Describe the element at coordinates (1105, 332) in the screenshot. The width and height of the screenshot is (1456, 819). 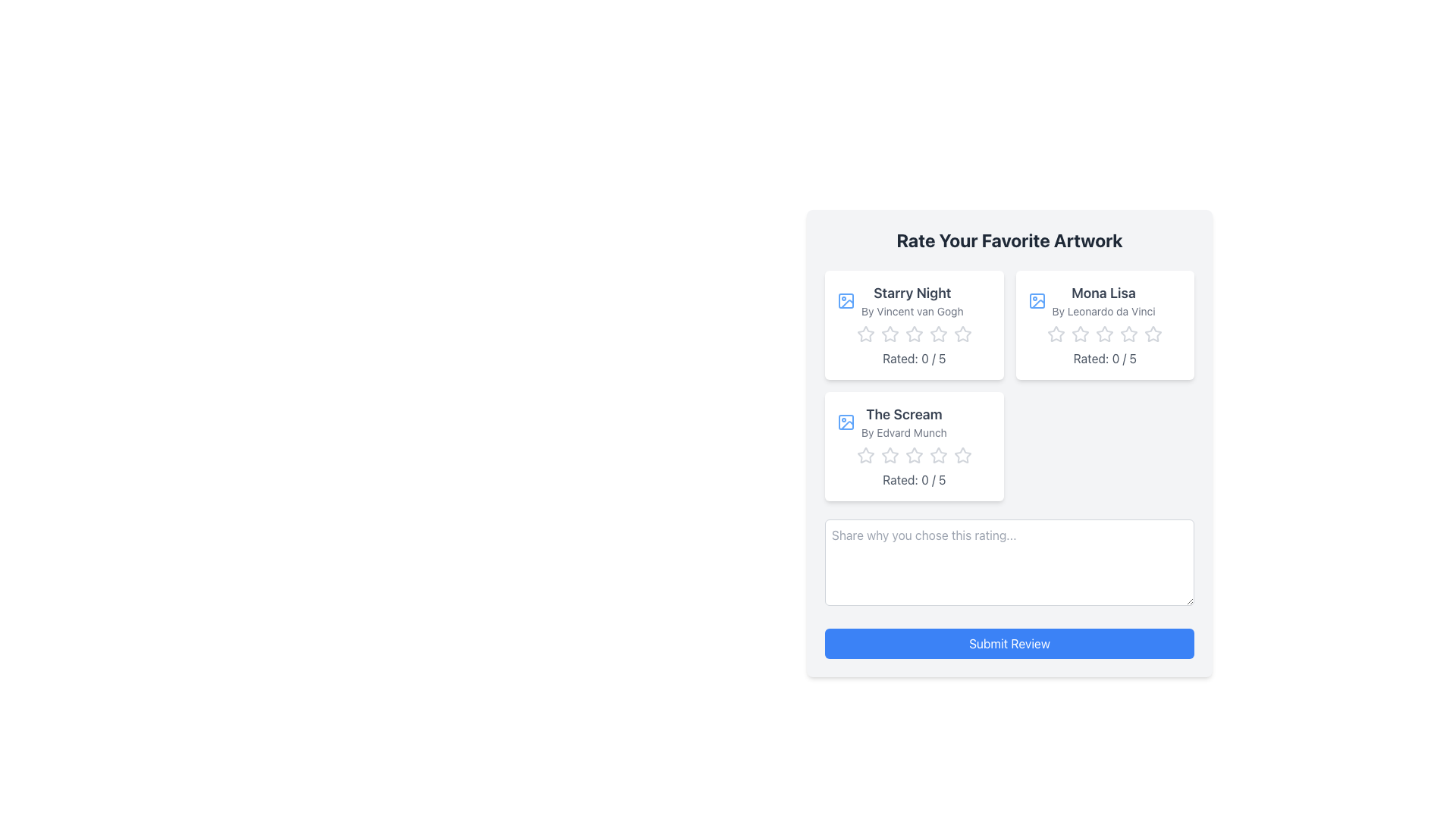
I see `the second star icon in the five-star rating system for the artwork 'Mona Lisa'` at that location.